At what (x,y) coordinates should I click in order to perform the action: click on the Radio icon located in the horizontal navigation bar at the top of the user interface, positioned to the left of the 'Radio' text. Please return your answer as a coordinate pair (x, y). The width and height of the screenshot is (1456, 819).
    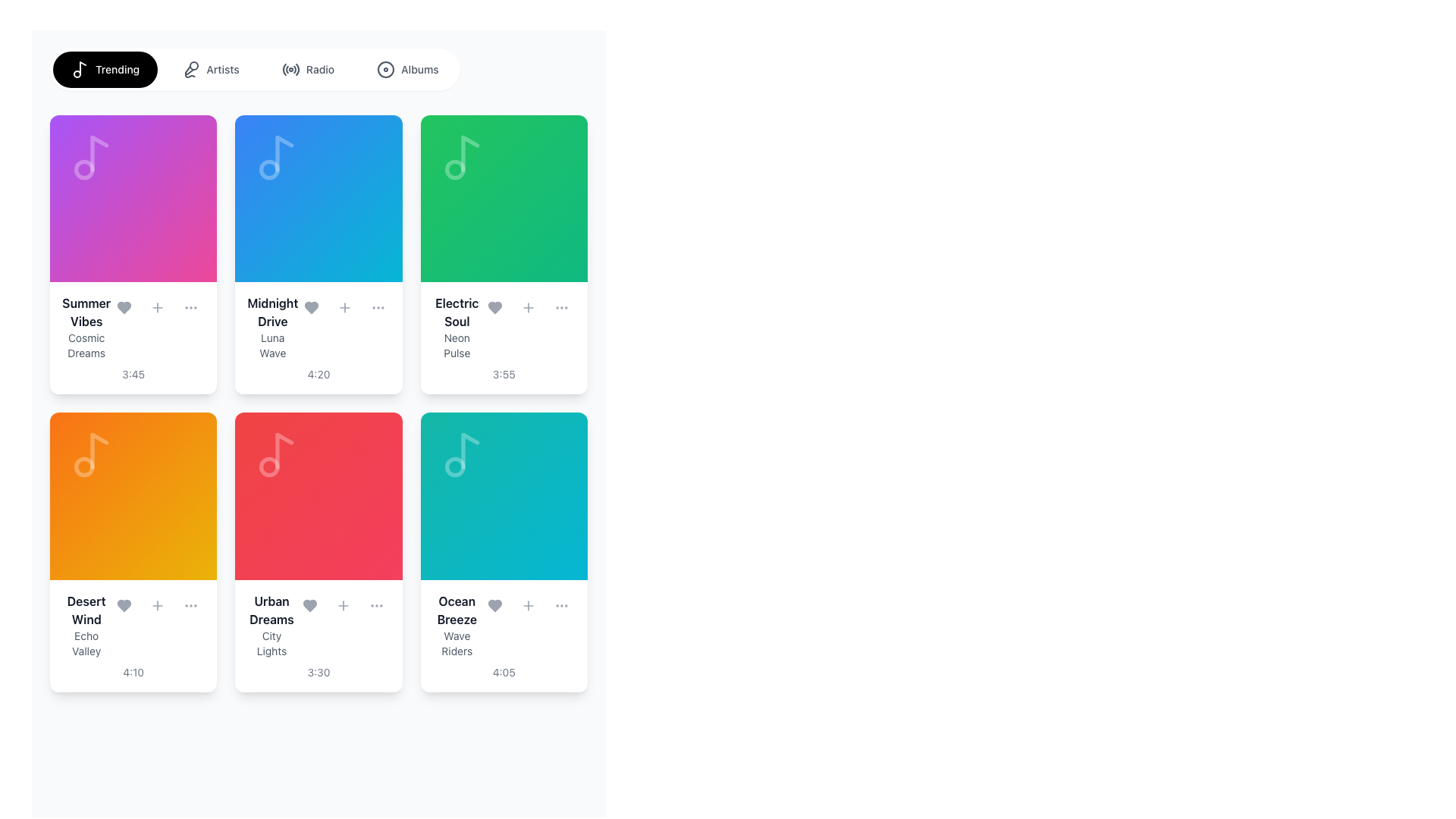
    Looking at the image, I should click on (290, 70).